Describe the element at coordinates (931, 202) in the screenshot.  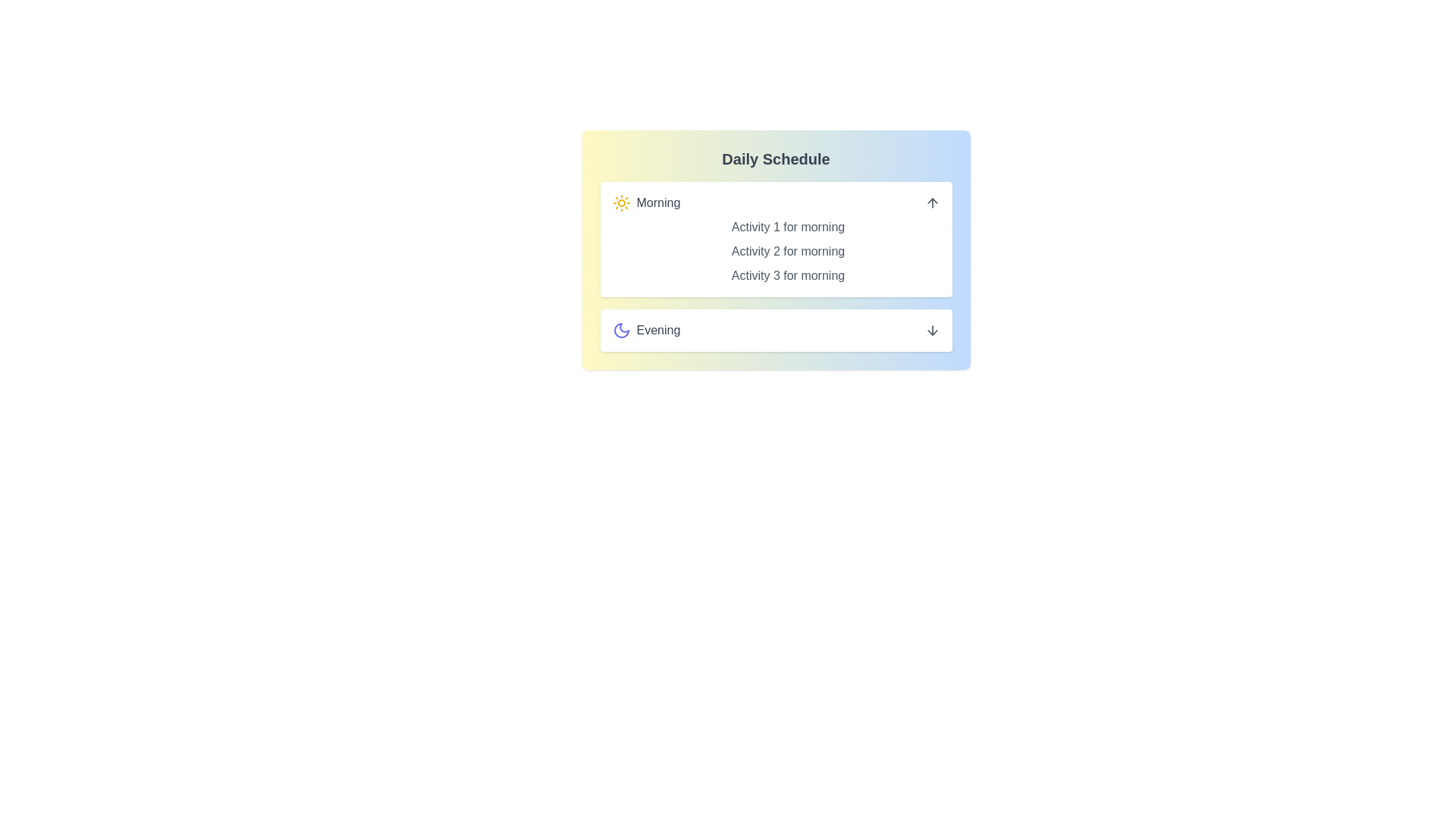
I see `the ArrowUp icon to toggle the corresponding schedule section` at that location.